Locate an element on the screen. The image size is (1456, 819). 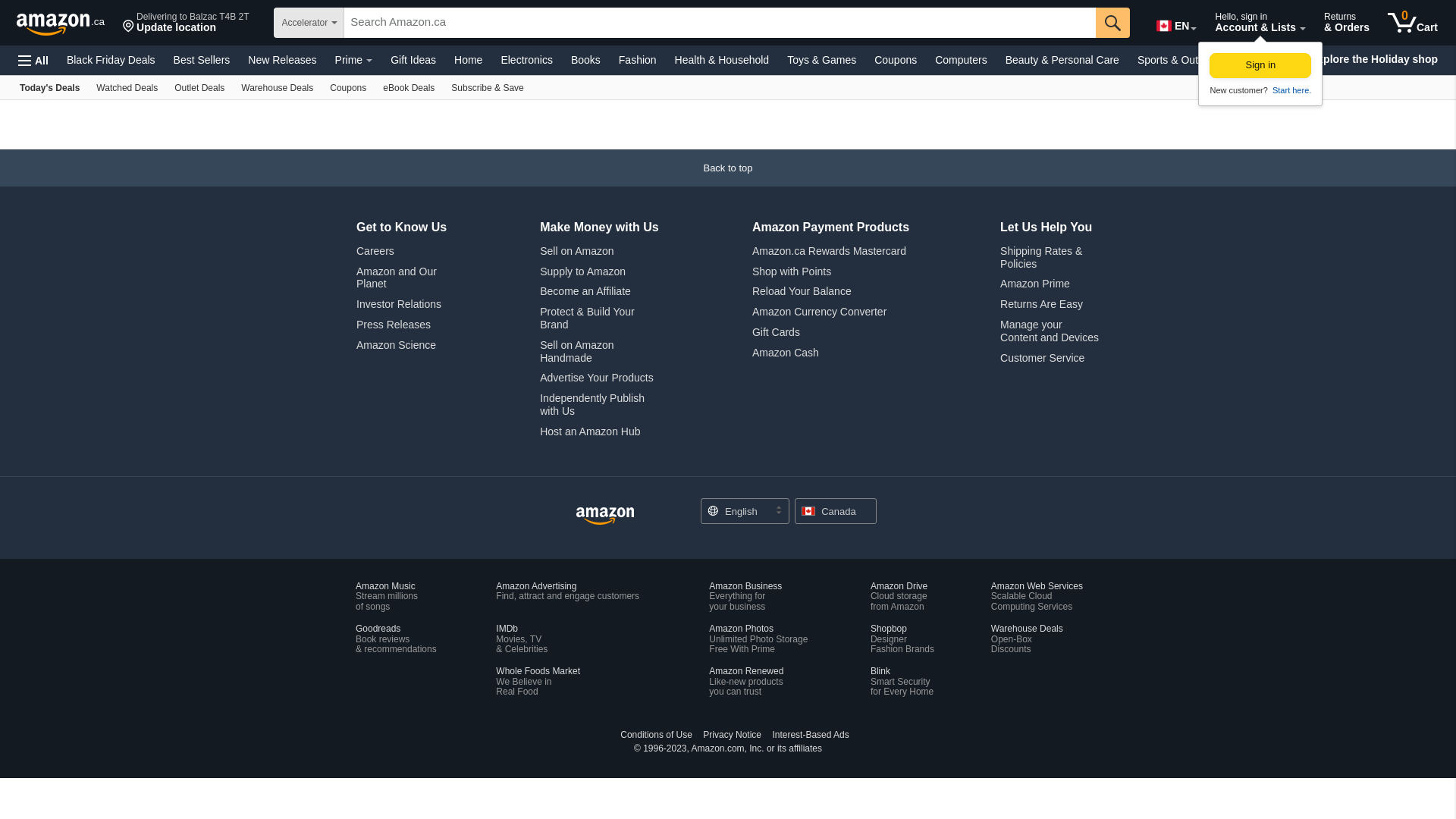
'Independently Publish with Us' is located at coordinates (591, 403).